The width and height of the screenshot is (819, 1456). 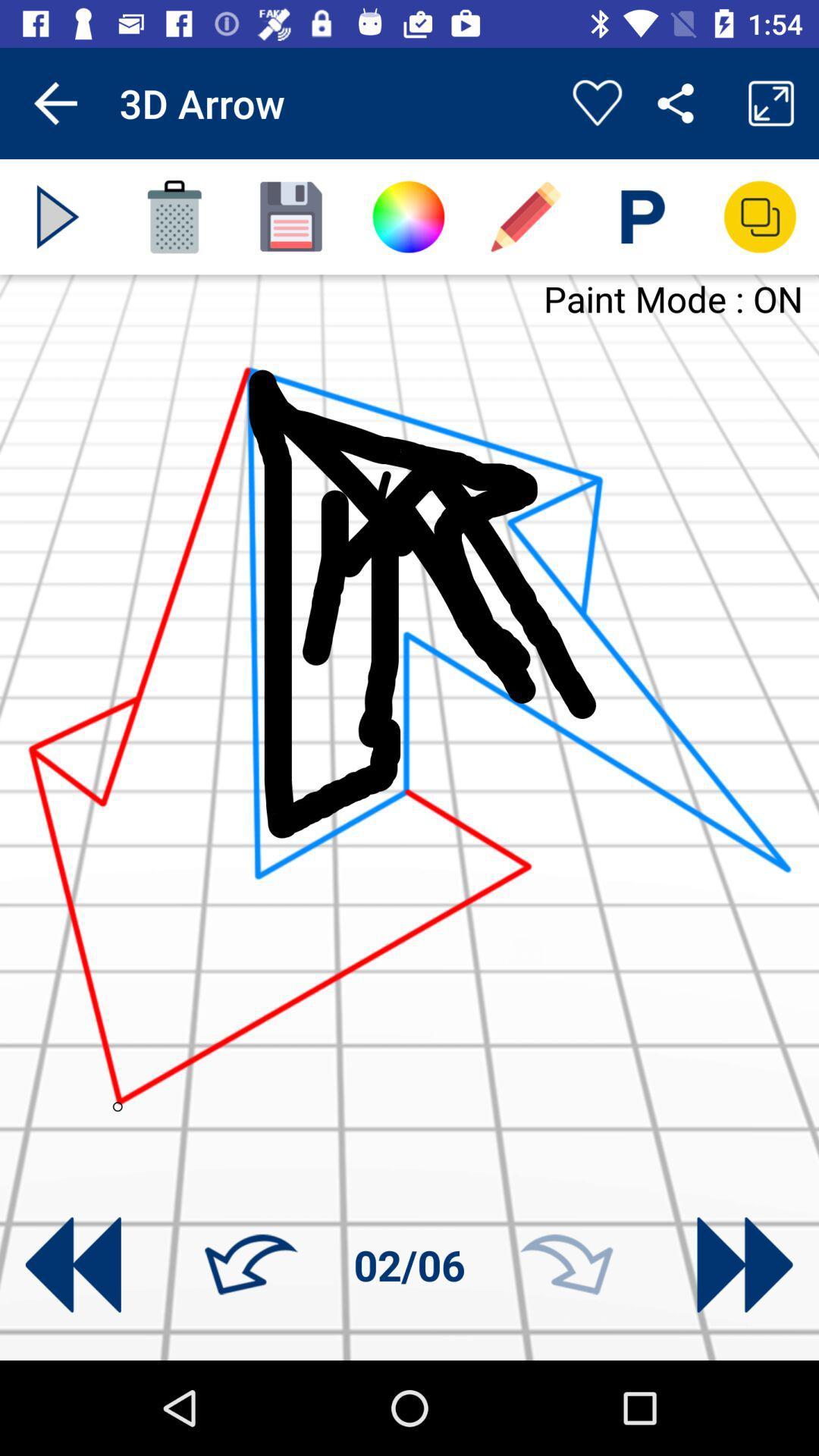 I want to click on delete icon, so click(x=174, y=216).